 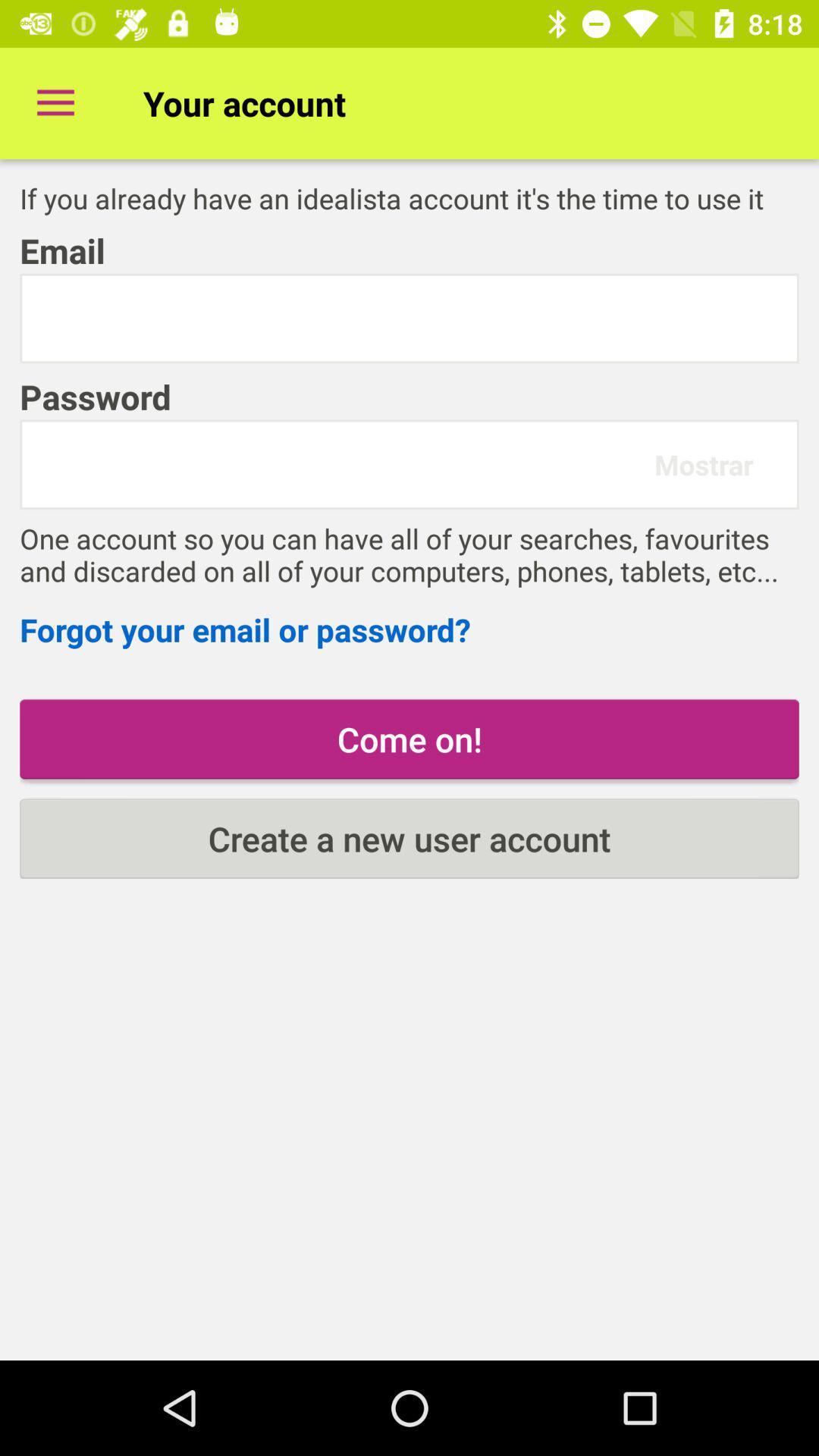 What do you see at coordinates (409, 739) in the screenshot?
I see `the item above create a new` at bounding box center [409, 739].